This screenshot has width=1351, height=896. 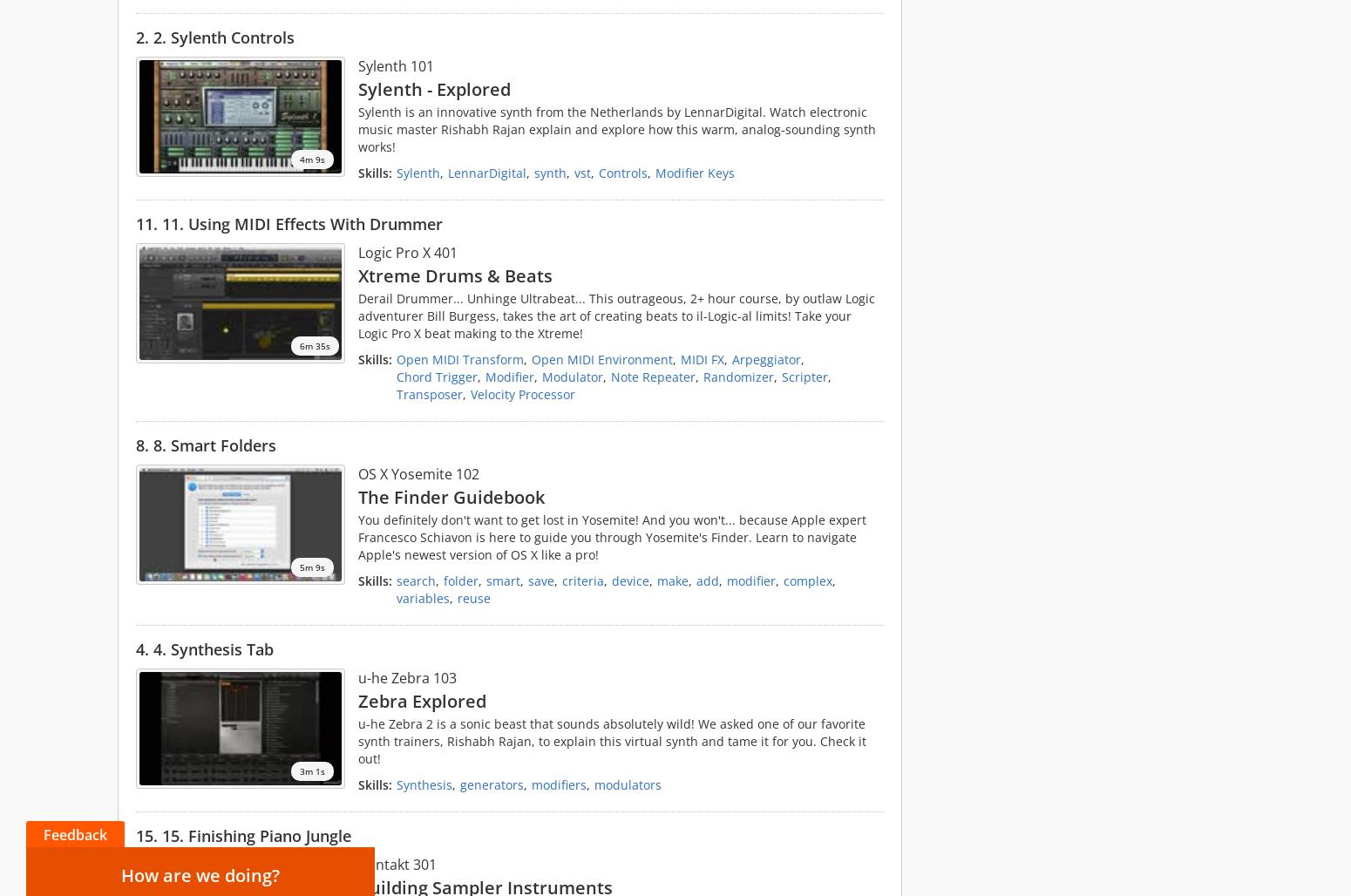 What do you see at coordinates (358, 701) in the screenshot?
I see `'Zebra Explored'` at bounding box center [358, 701].